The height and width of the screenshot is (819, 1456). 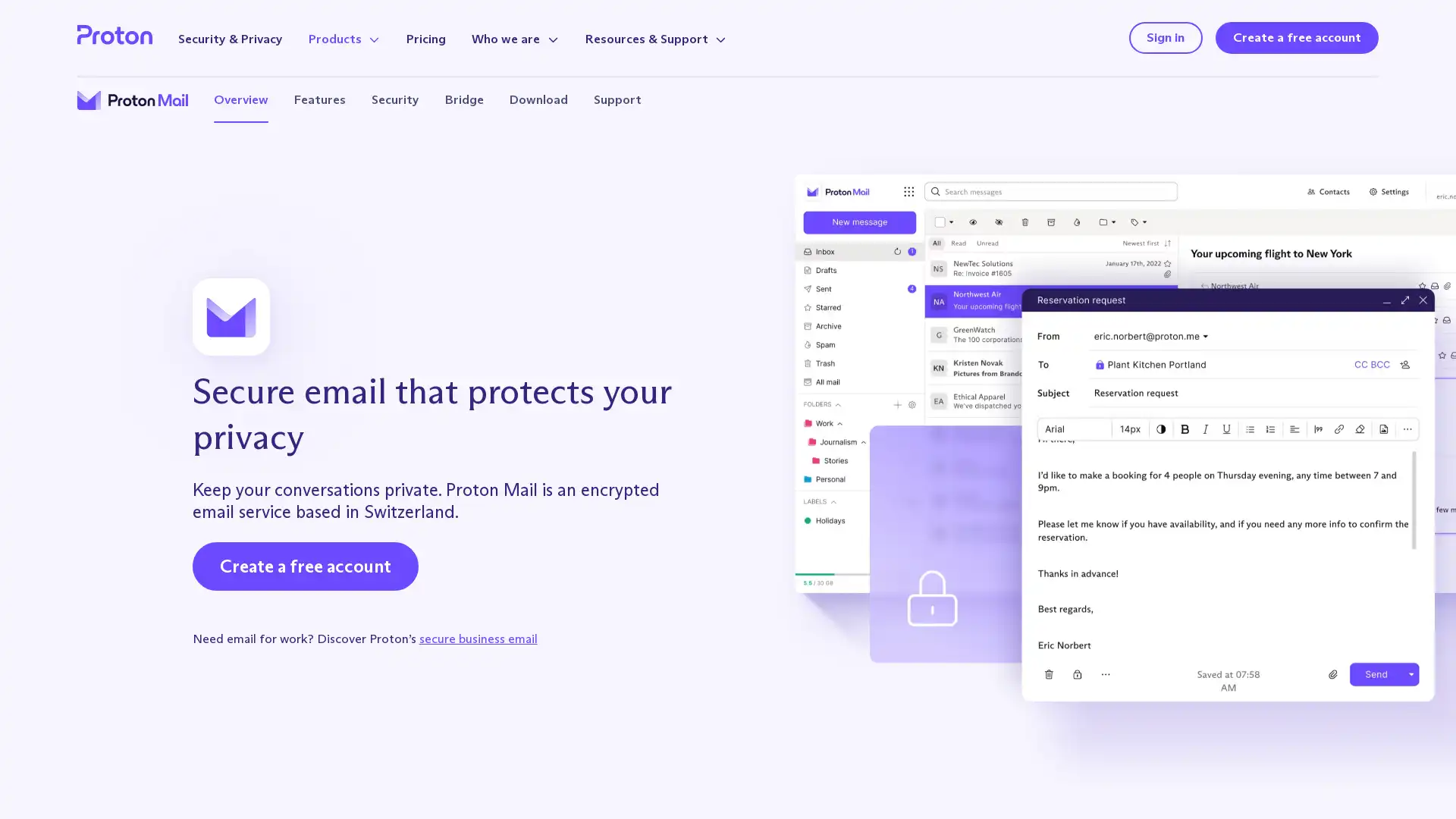 What do you see at coordinates (344, 38) in the screenshot?
I see `Products` at bounding box center [344, 38].